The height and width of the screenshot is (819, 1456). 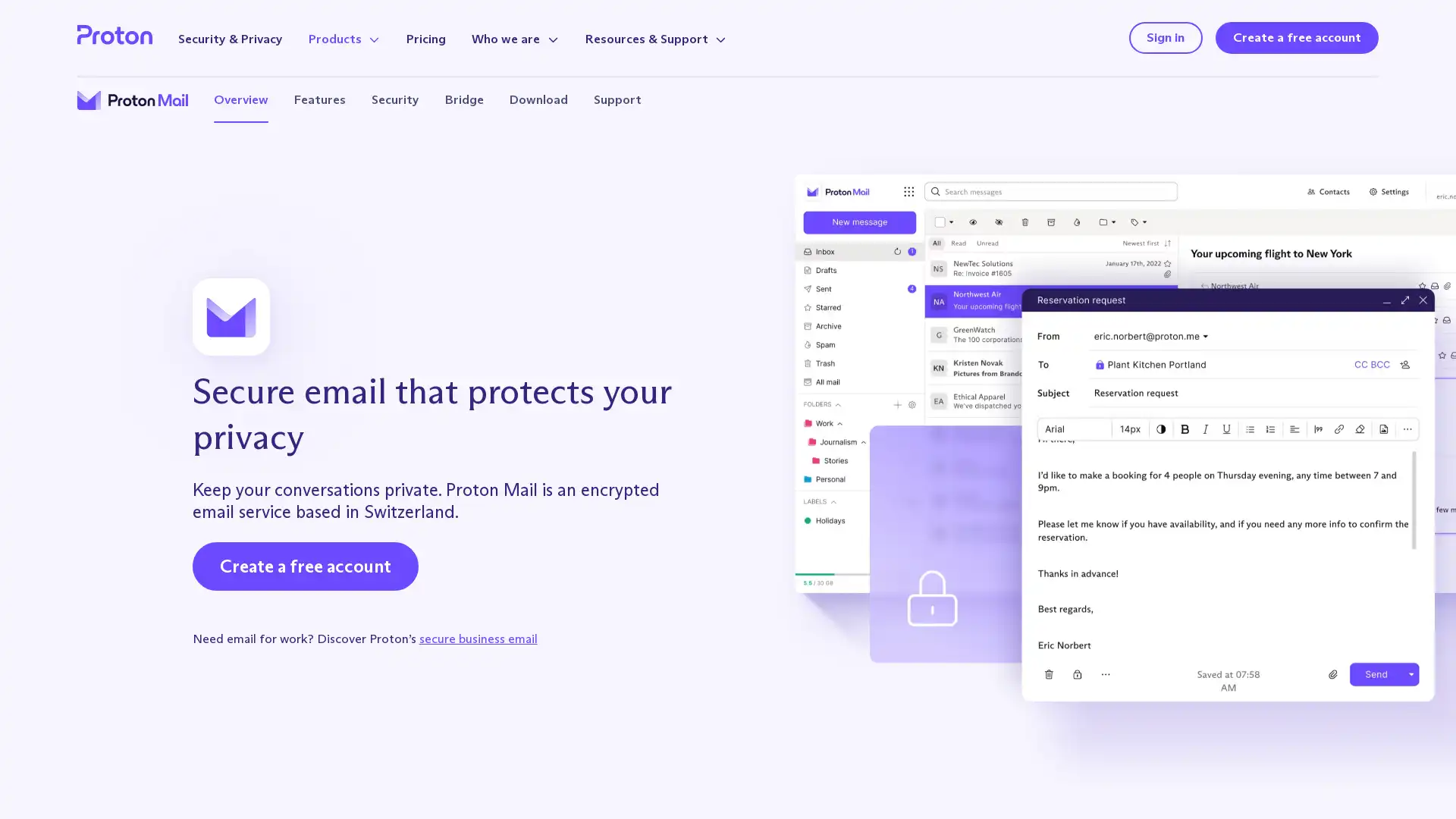 What do you see at coordinates (344, 38) in the screenshot?
I see `Products` at bounding box center [344, 38].